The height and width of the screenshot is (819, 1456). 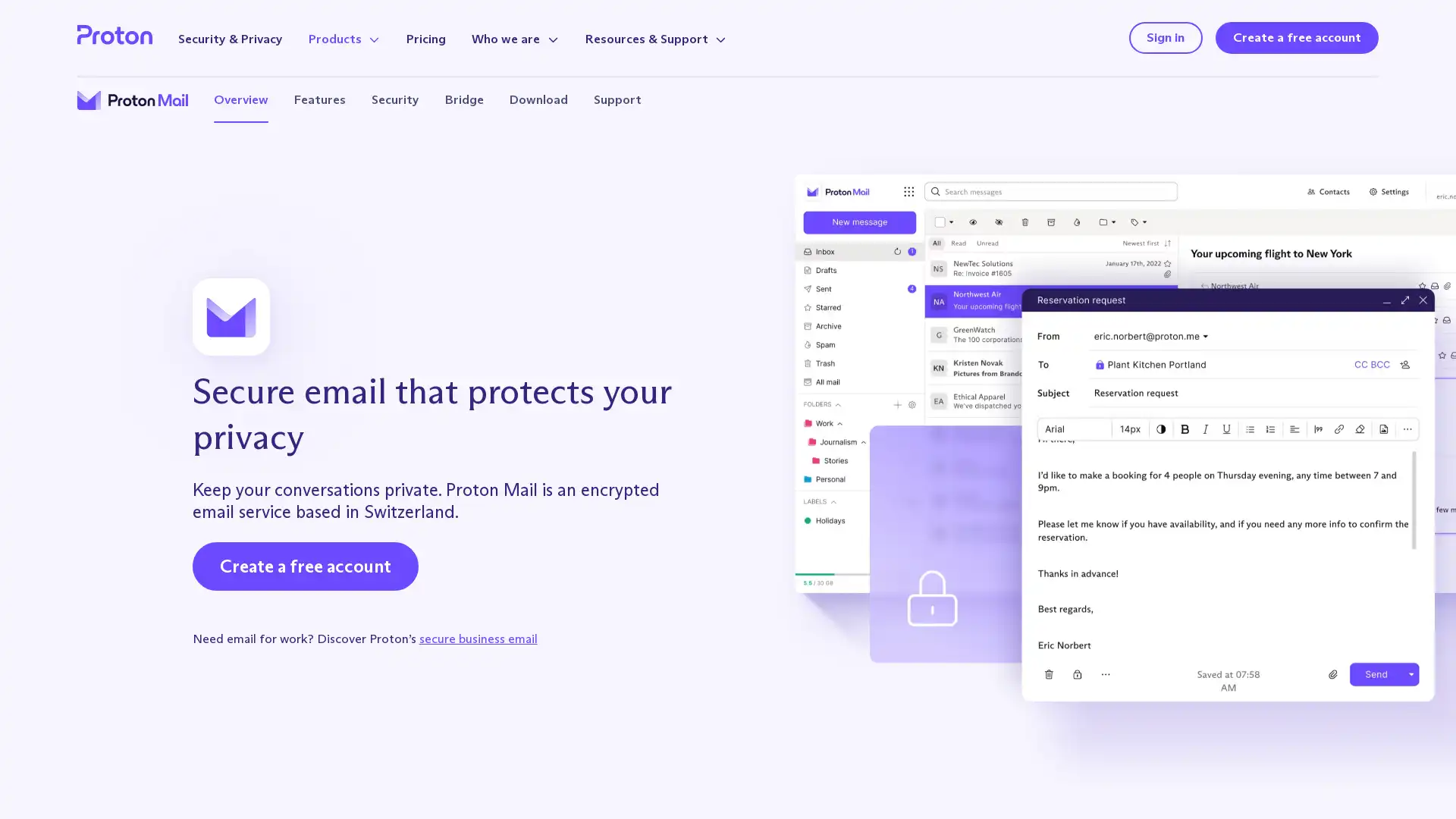 What do you see at coordinates (344, 38) in the screenshot?
I see `Products` at bounding box center [344, 38].